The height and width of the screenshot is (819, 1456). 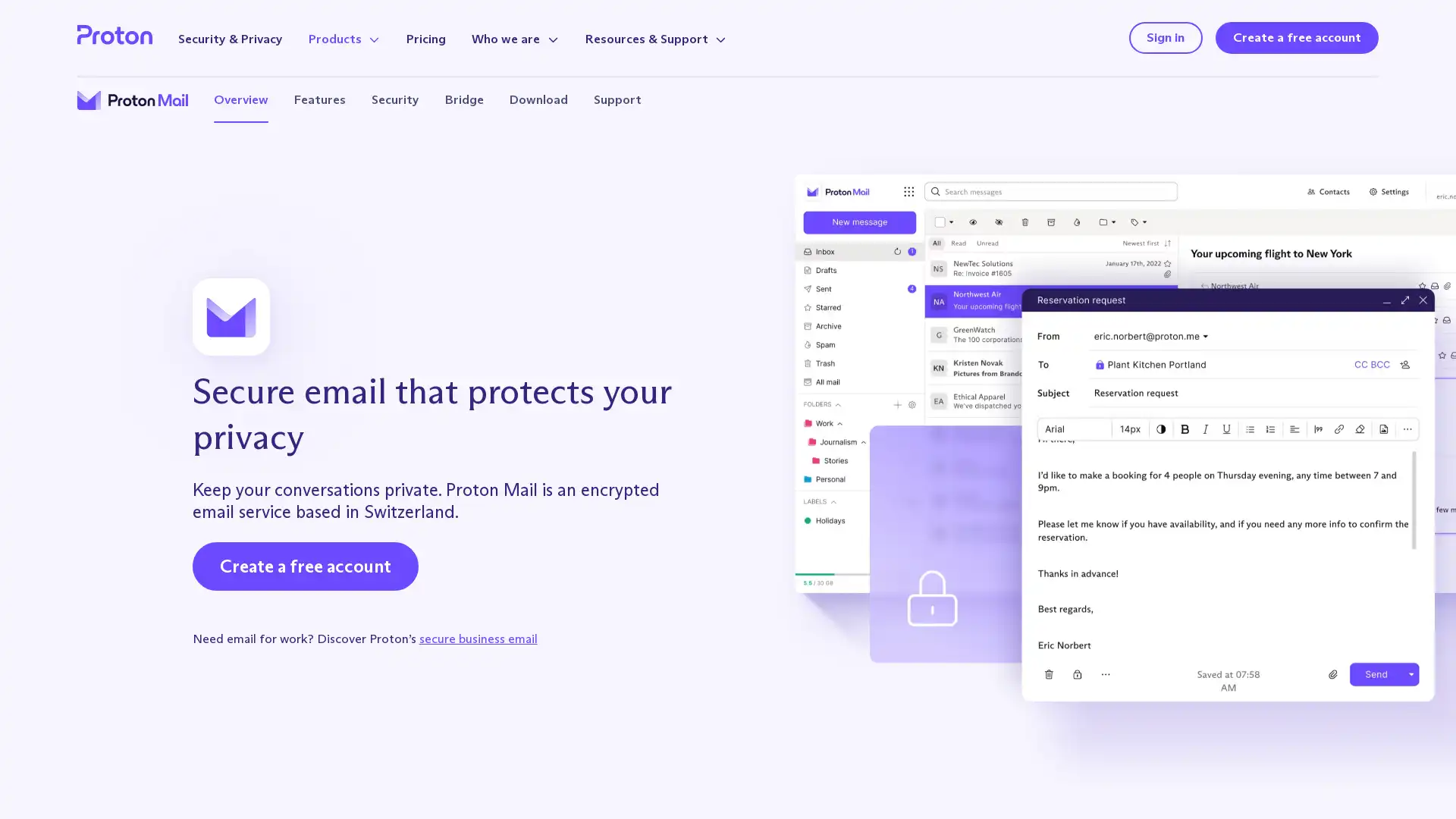 What do you see at coordinates (344, 38) in the screenshot?
I see `Products` at bounding box center [344, 38].